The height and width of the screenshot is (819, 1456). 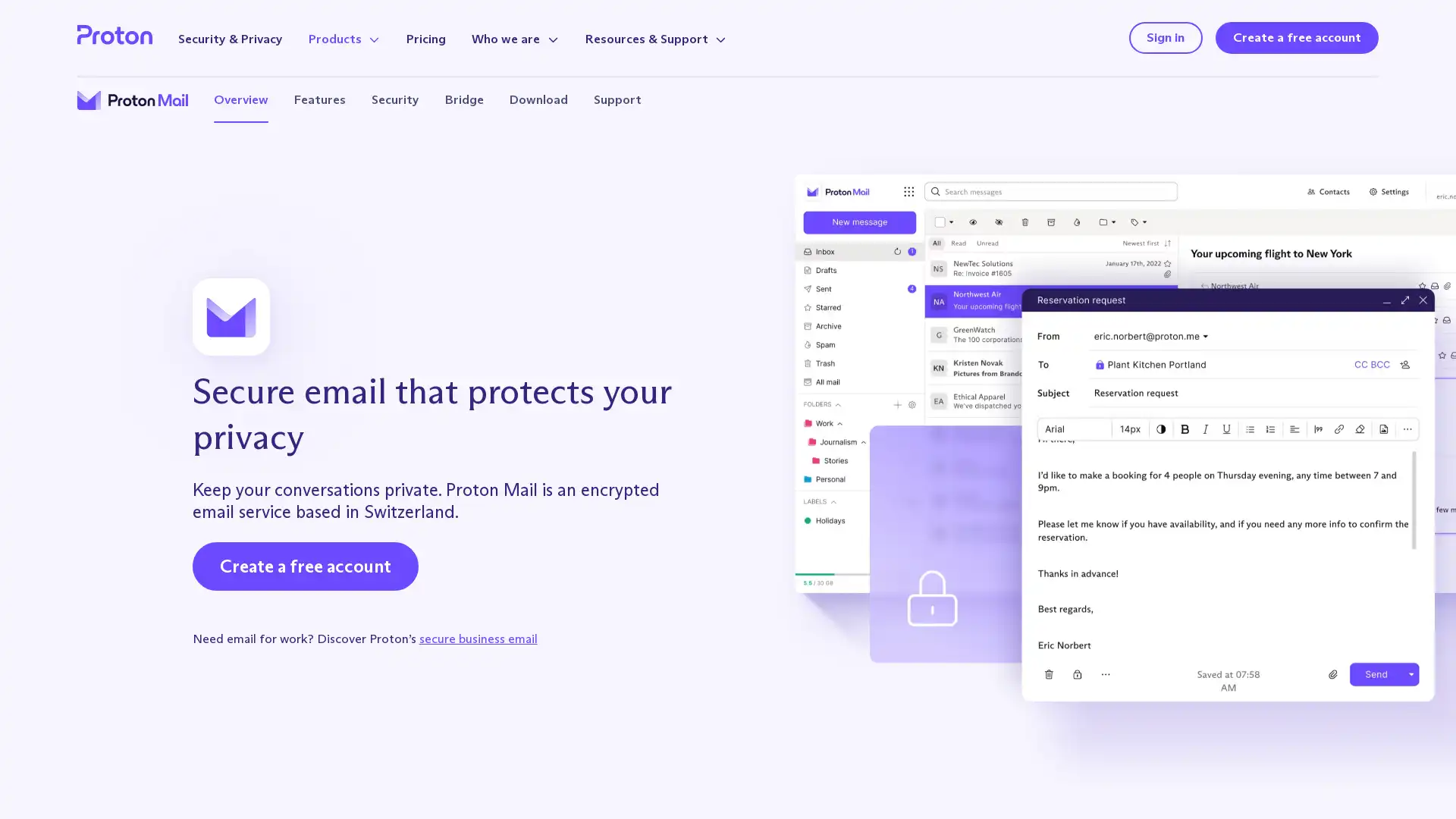 What do you see at coordinates (344, 38) in the screenshot?
I see `Products` at bounding box center [344, 38].